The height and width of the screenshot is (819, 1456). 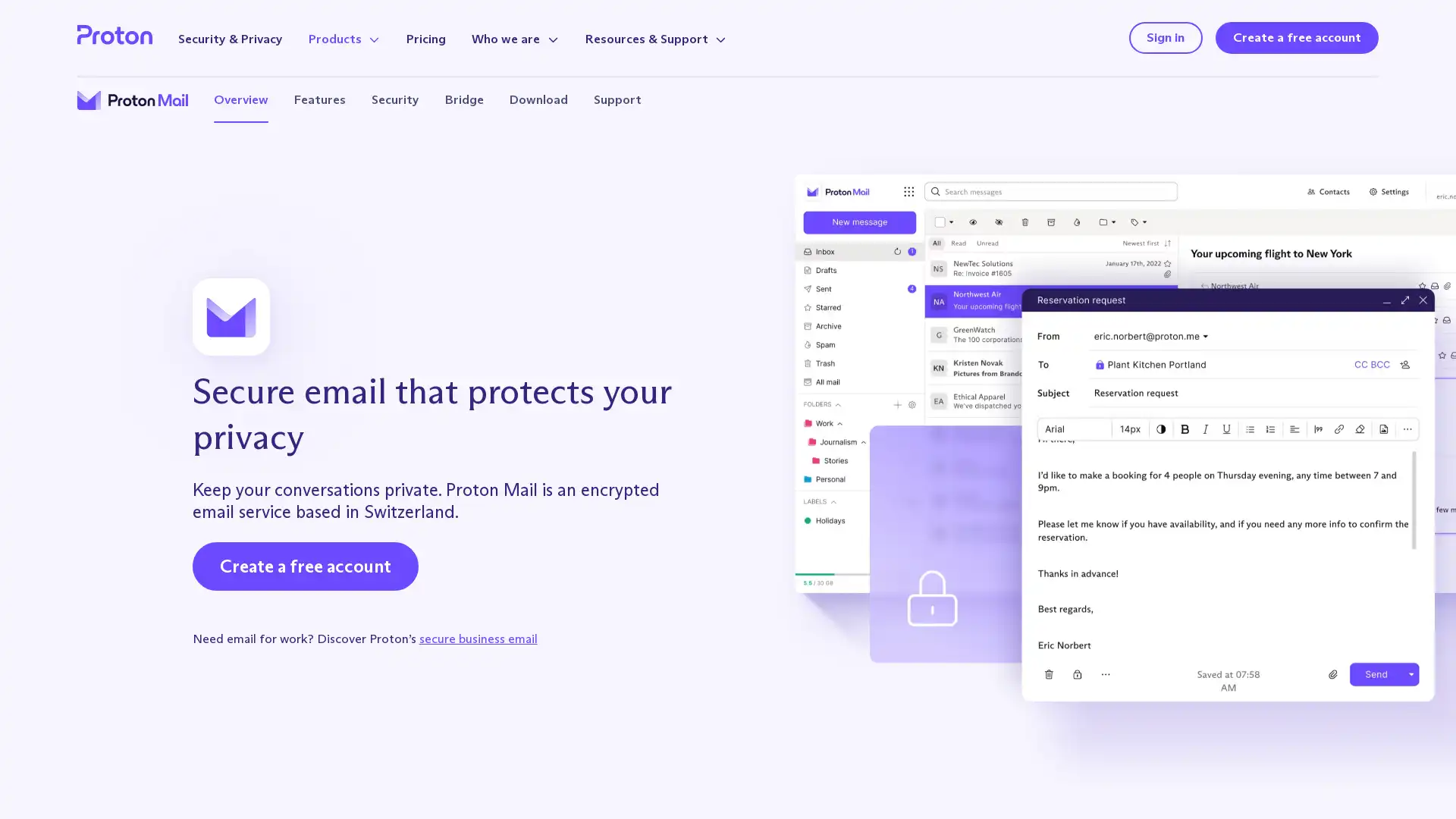 What do you see at coordinates (344, 38) in the screenshot?
I see `Products` at bounding box center [344, 38].